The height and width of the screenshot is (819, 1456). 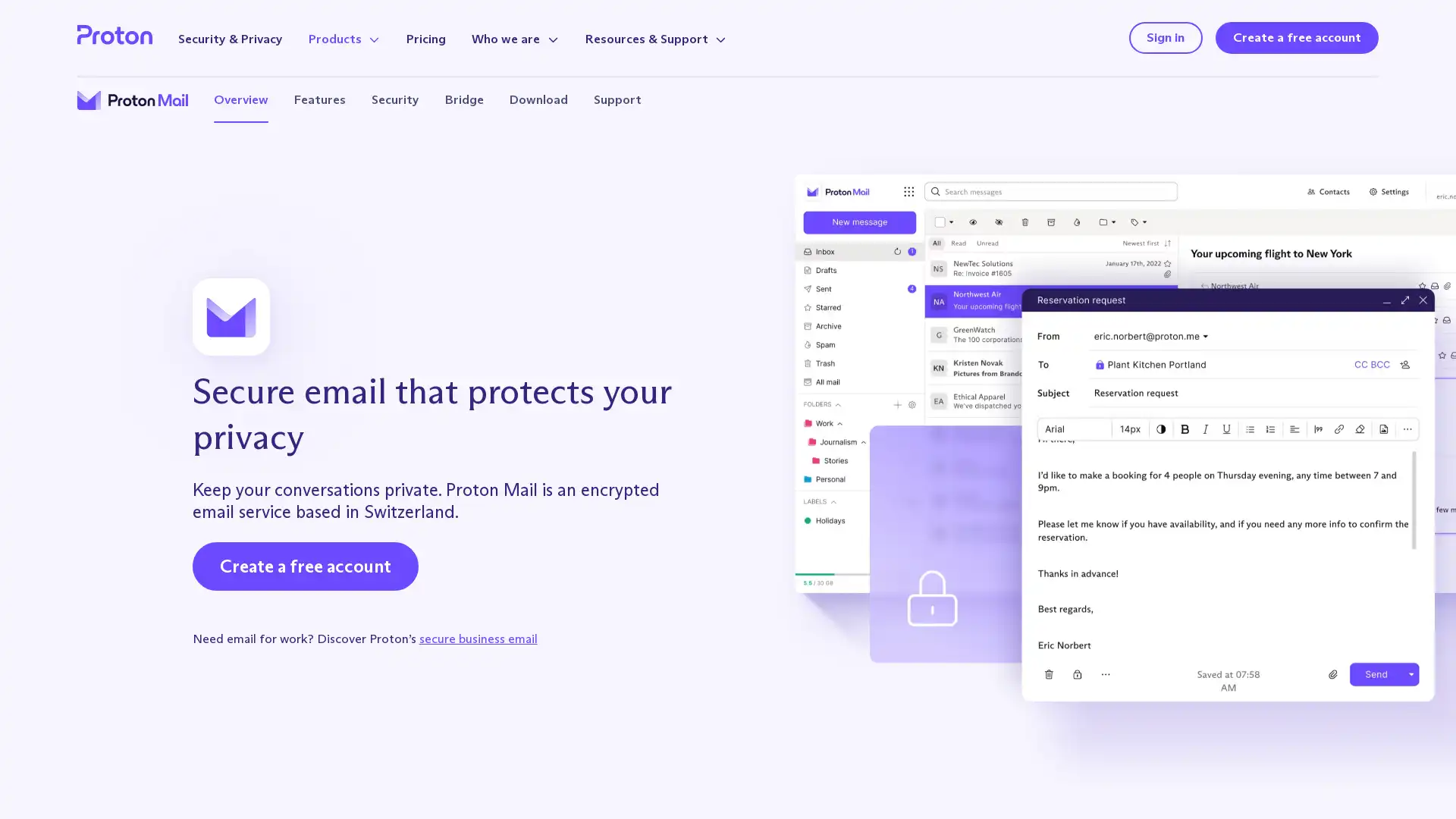 What do you see at coordinates (344, 38) in the screenshot?
I see `Products` at bounding box center [344, 38].